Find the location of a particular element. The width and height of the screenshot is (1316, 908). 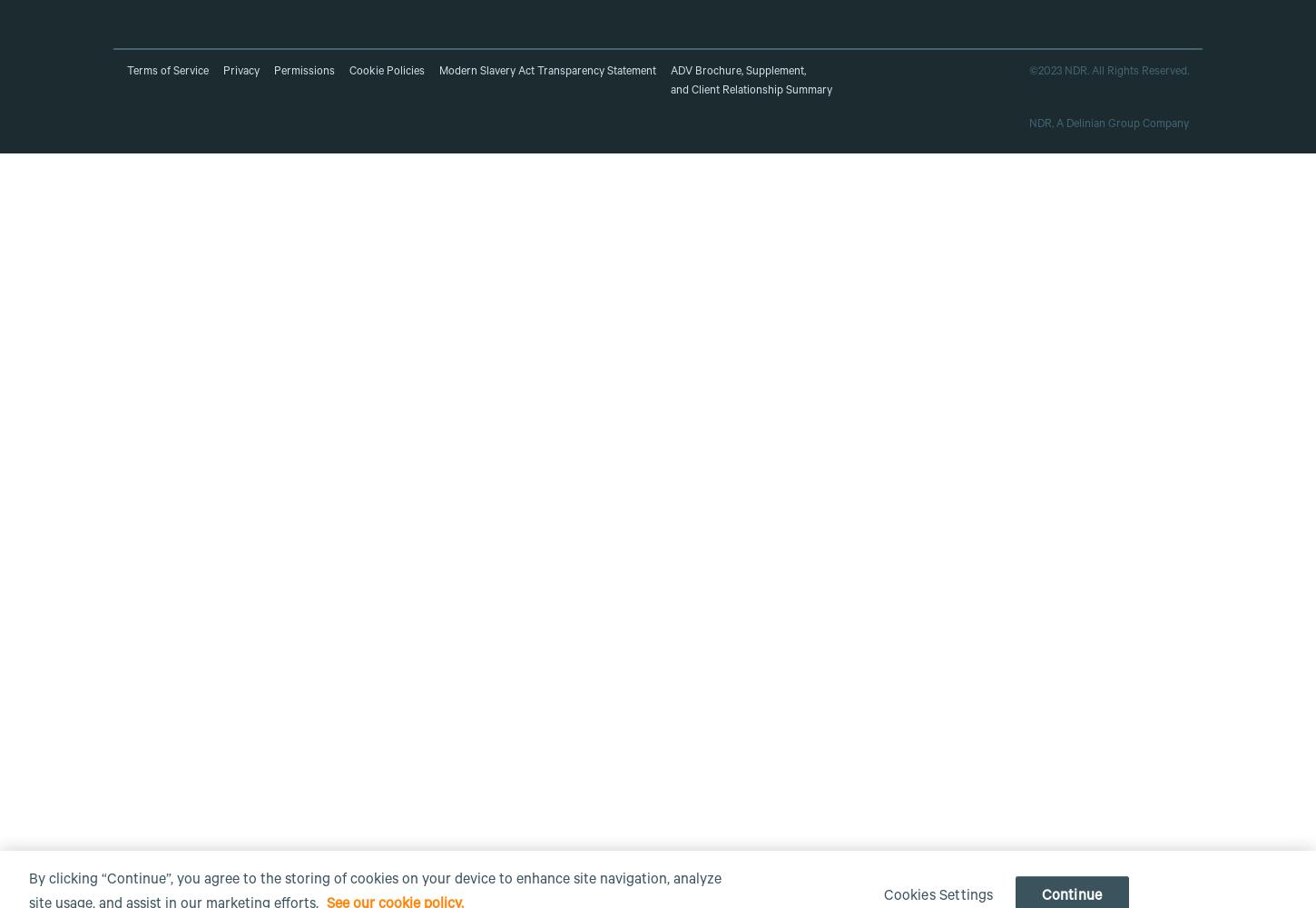

'Privacy' is located at coordinates (241, 71).